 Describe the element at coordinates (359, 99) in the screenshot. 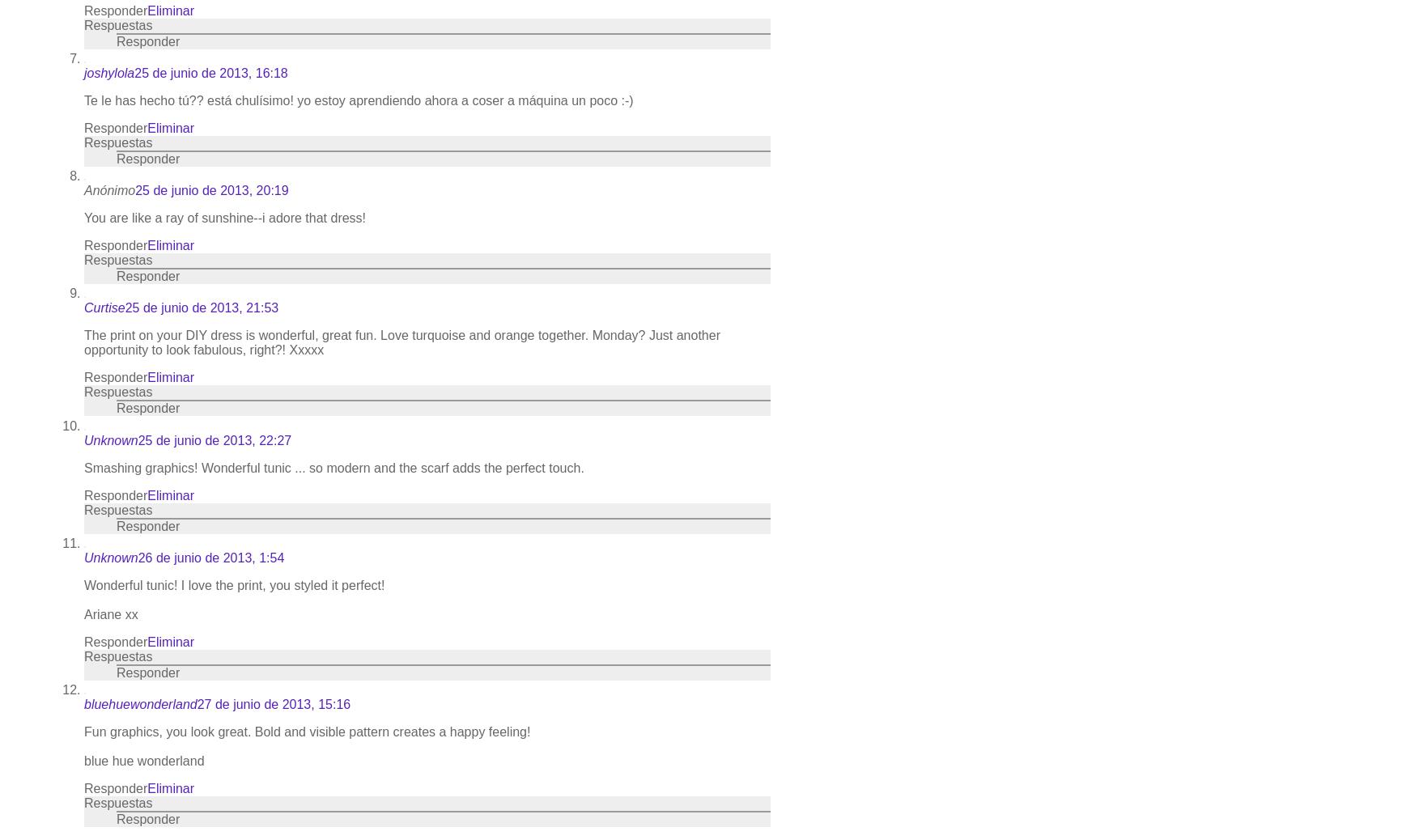

I see `'Te le has hecho tú?? está chulísimo! yo estoy aprendiendo ahora a coser a máquina un poco :-)'` at that location.